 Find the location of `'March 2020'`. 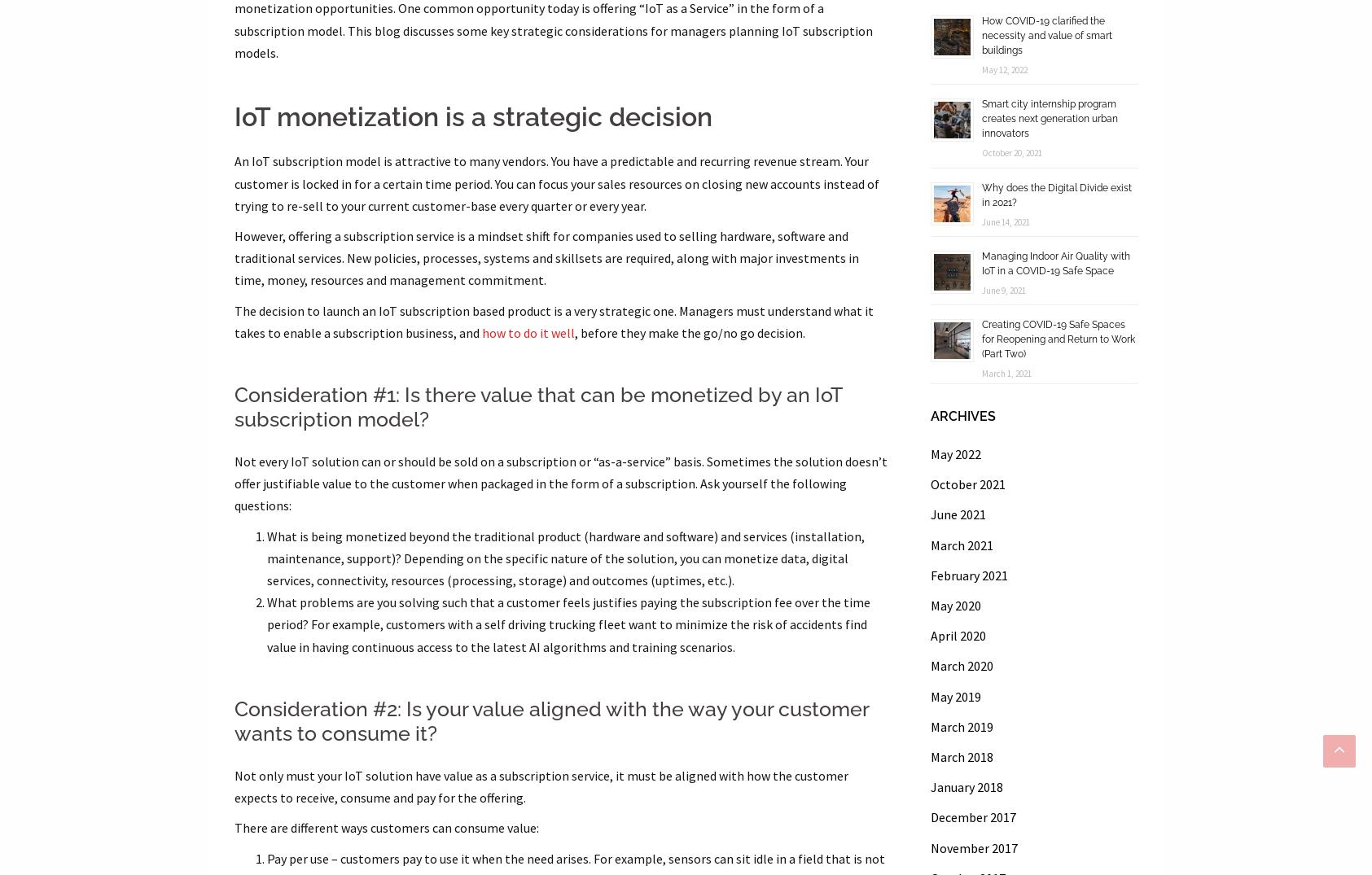

'March 2020' is located at coordinates (961, 664).